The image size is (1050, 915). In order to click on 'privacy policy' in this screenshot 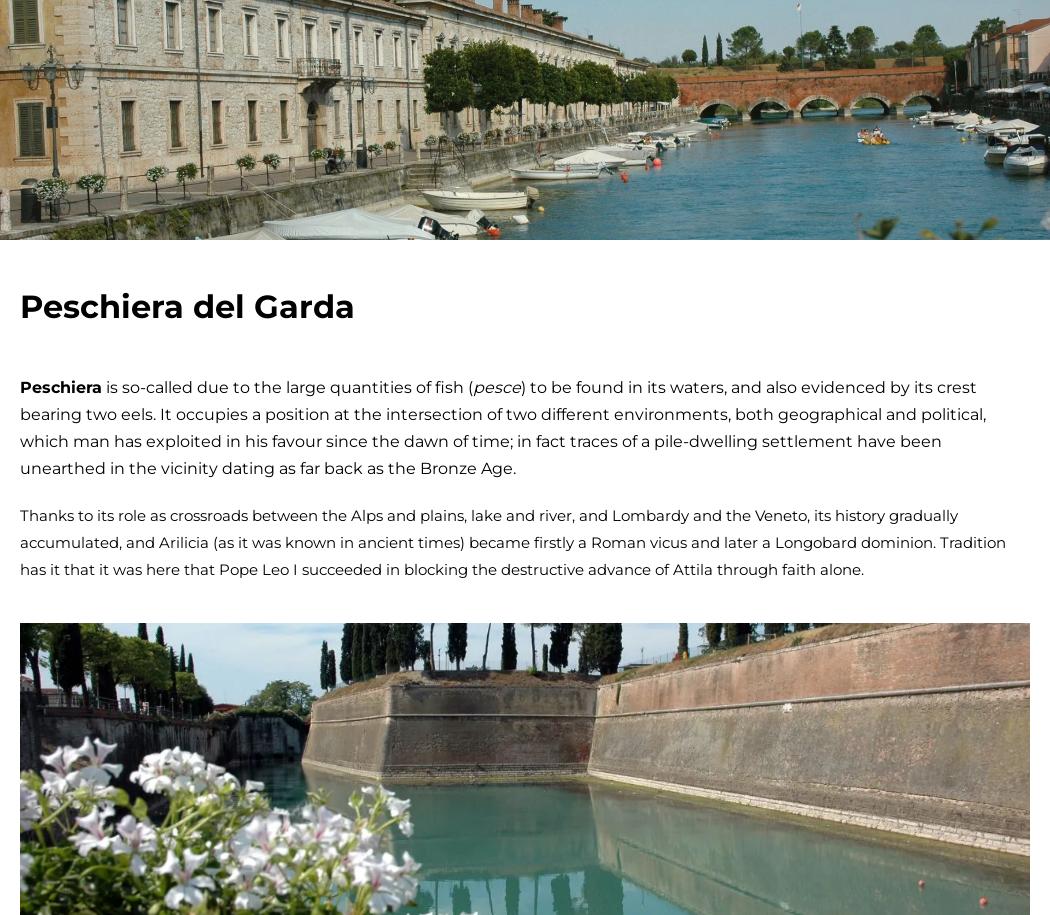, I will do `click(255, 328)`.